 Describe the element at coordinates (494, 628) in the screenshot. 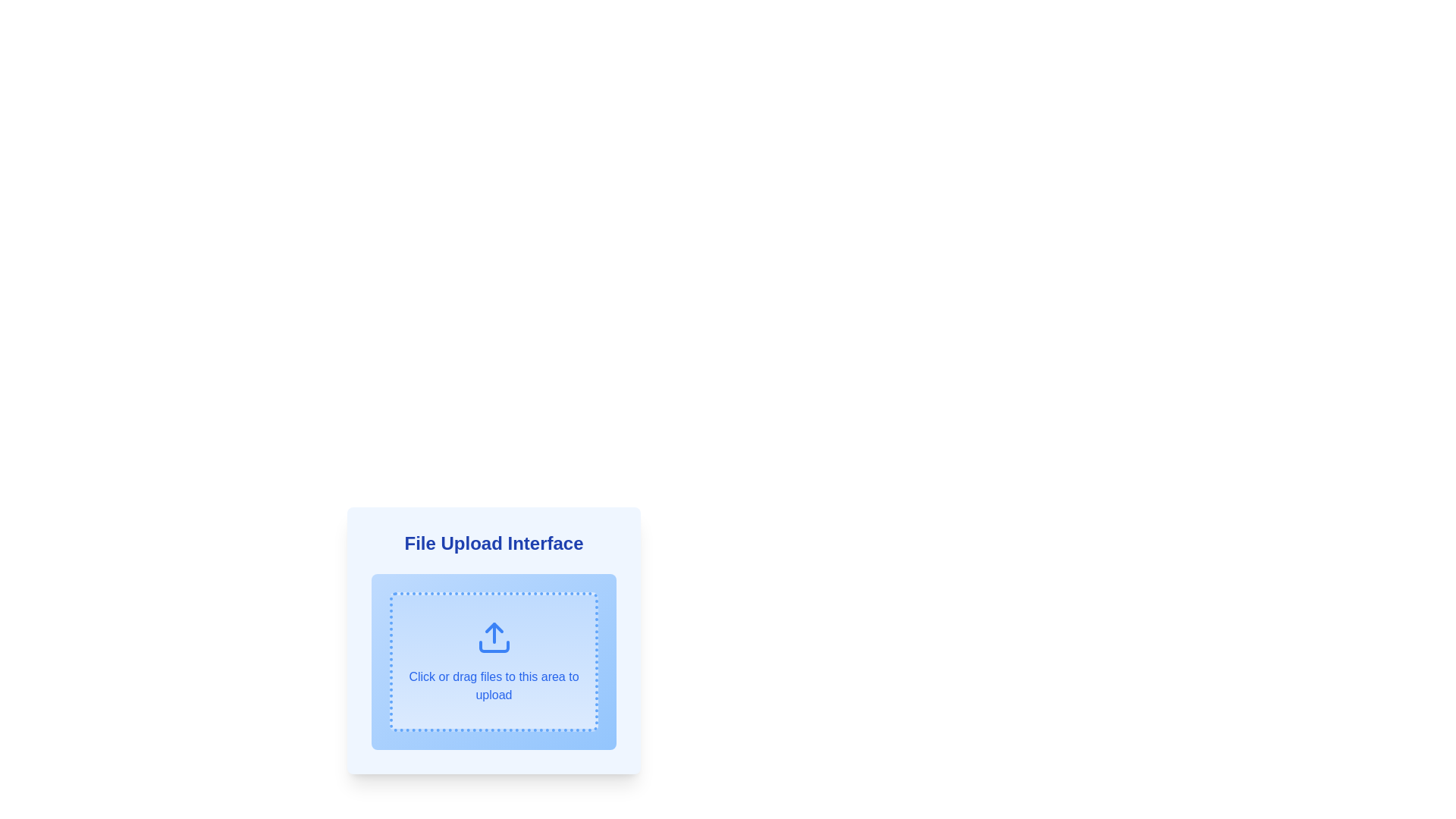

I see `the decorative SVG polygon element that suggests an upload action, positioned in the center of the file upload interface` at that location.